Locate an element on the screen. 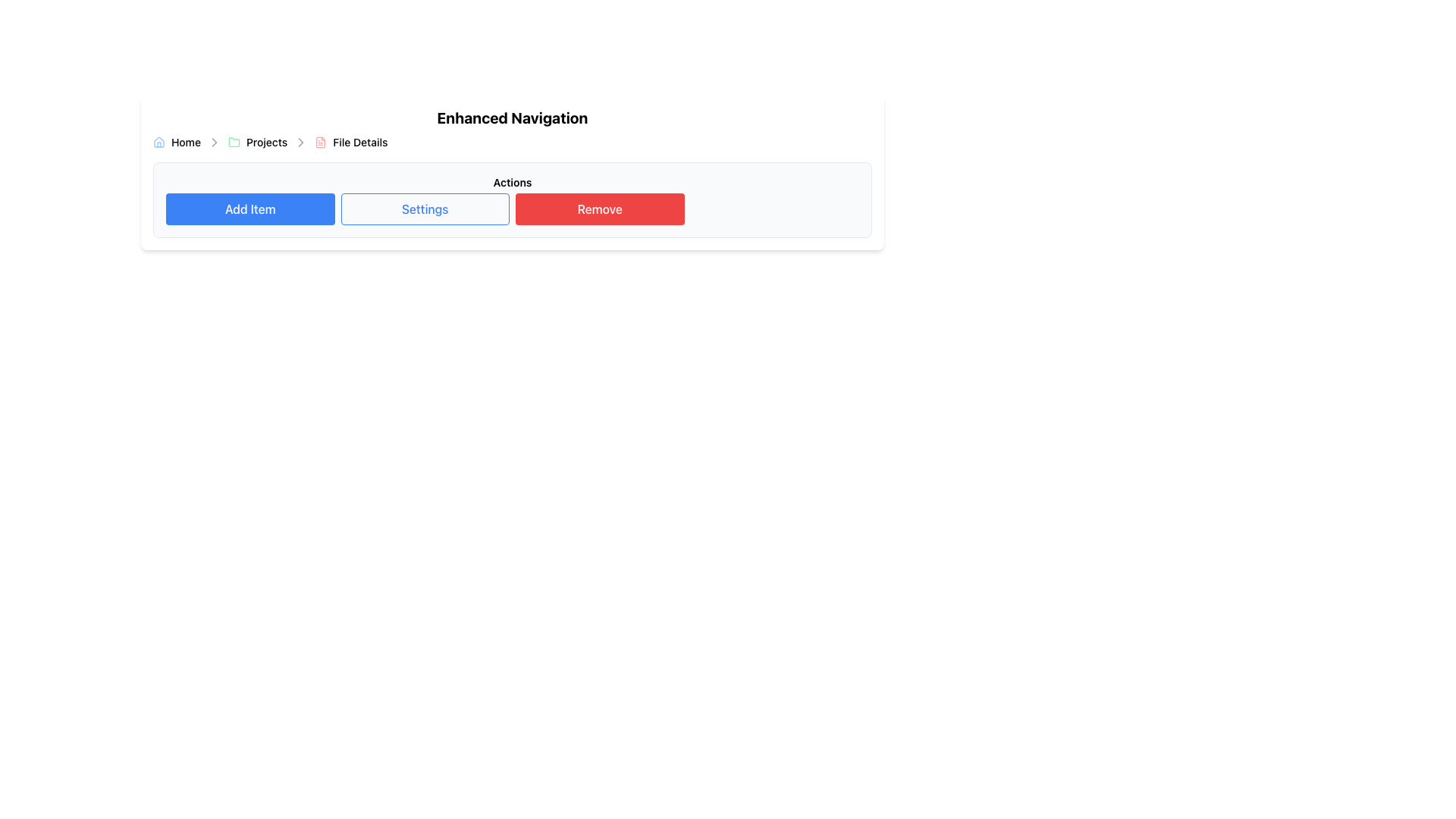  the breadcrumb text link that redirects to the home page of the application is located at coordinates (185, 143).